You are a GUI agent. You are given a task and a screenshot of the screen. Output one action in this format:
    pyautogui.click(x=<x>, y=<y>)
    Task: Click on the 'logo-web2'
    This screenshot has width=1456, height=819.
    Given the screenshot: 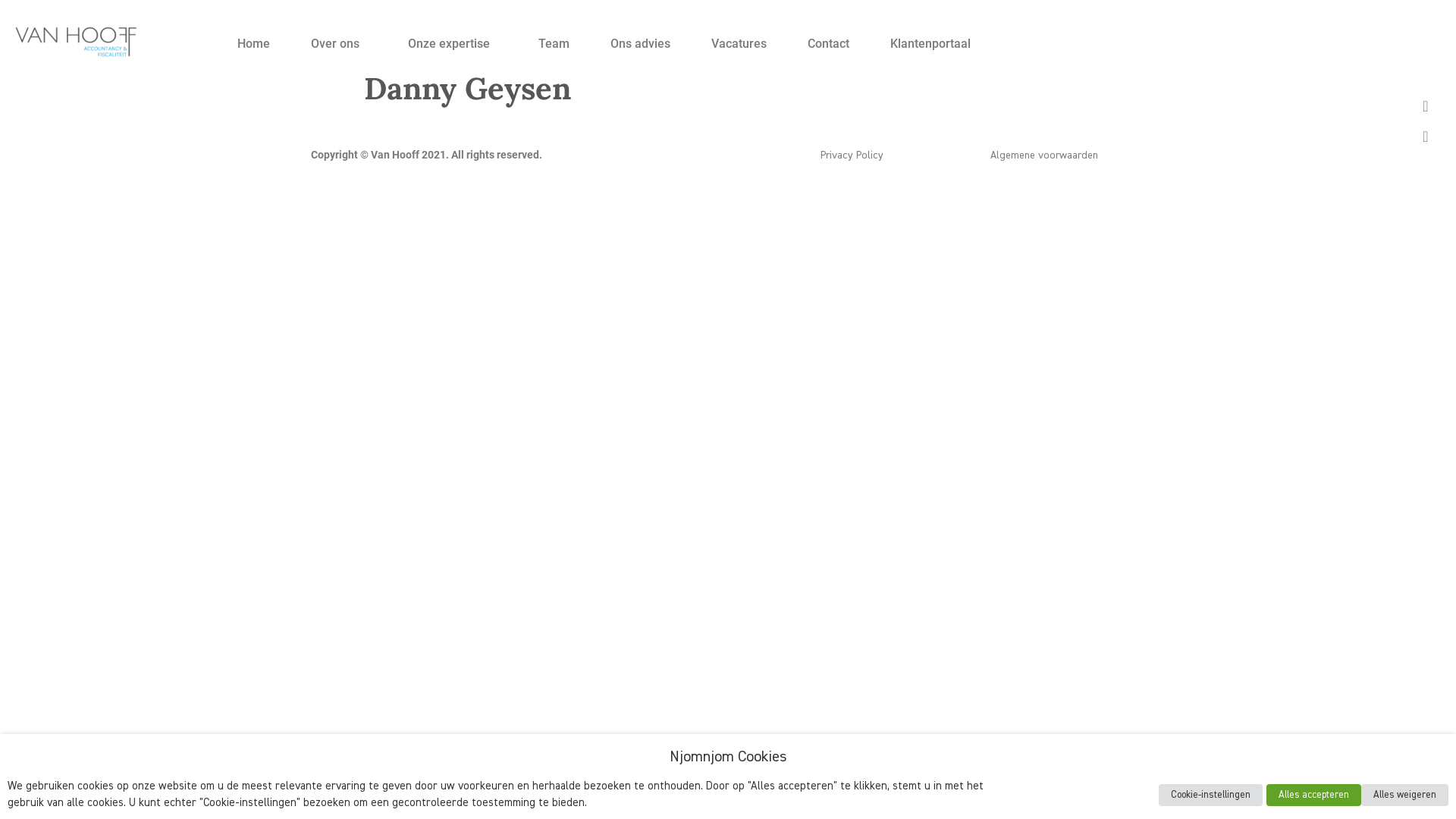 What is the action you would take?
    pyautogui.click(x=75, y=40)
    